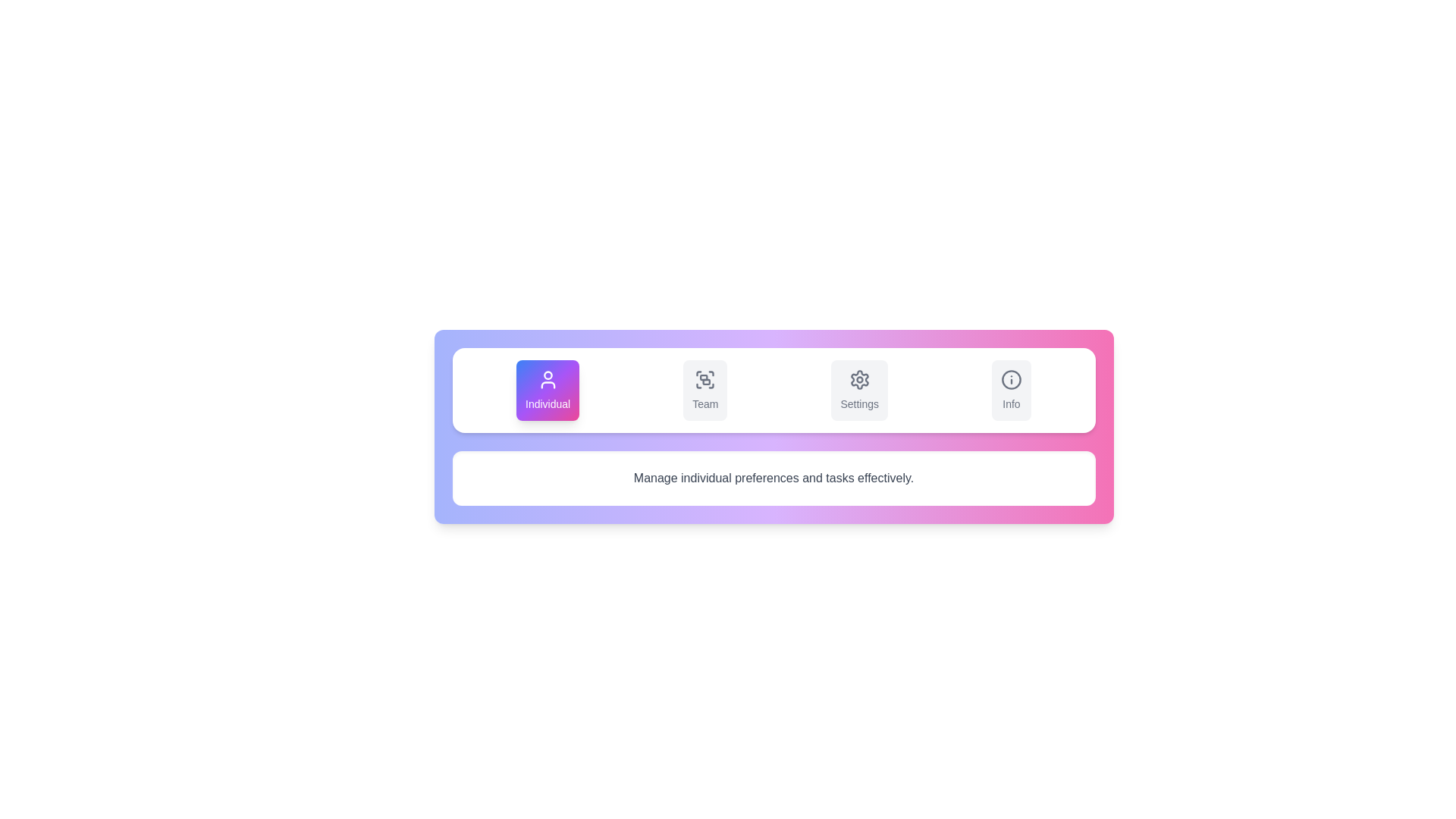  I want to click on the user silhouette icon centered within the 'Individual' button, which is the first in a row of four buttons, so click(547, 379).